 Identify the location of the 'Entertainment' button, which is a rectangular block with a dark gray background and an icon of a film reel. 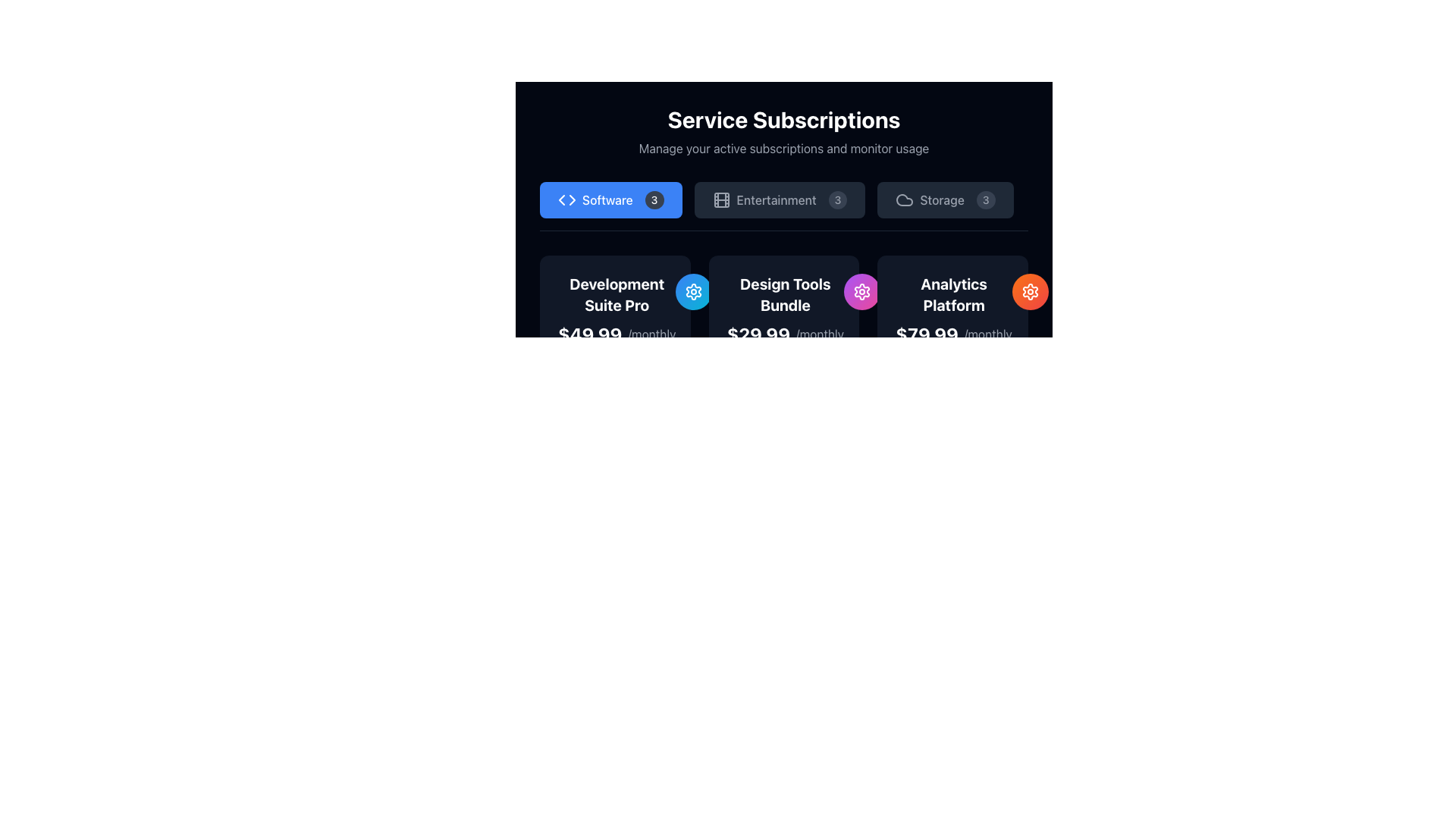
(783, 206).